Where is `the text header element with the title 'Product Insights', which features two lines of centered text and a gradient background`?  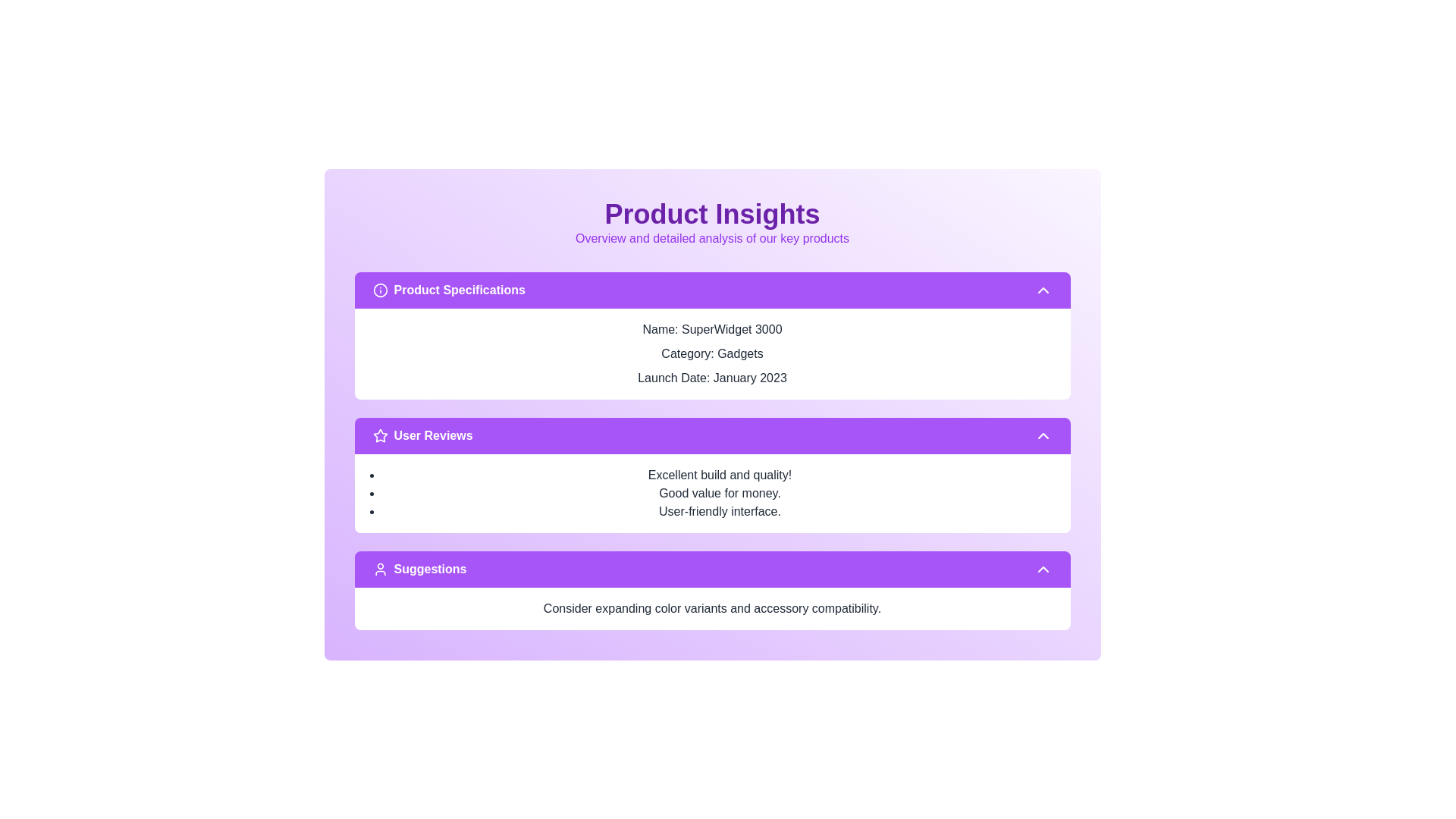
the text header element with the title 'Product Insights', which features two lines of centered text and a gradient background is located at coordinates (711, 223).